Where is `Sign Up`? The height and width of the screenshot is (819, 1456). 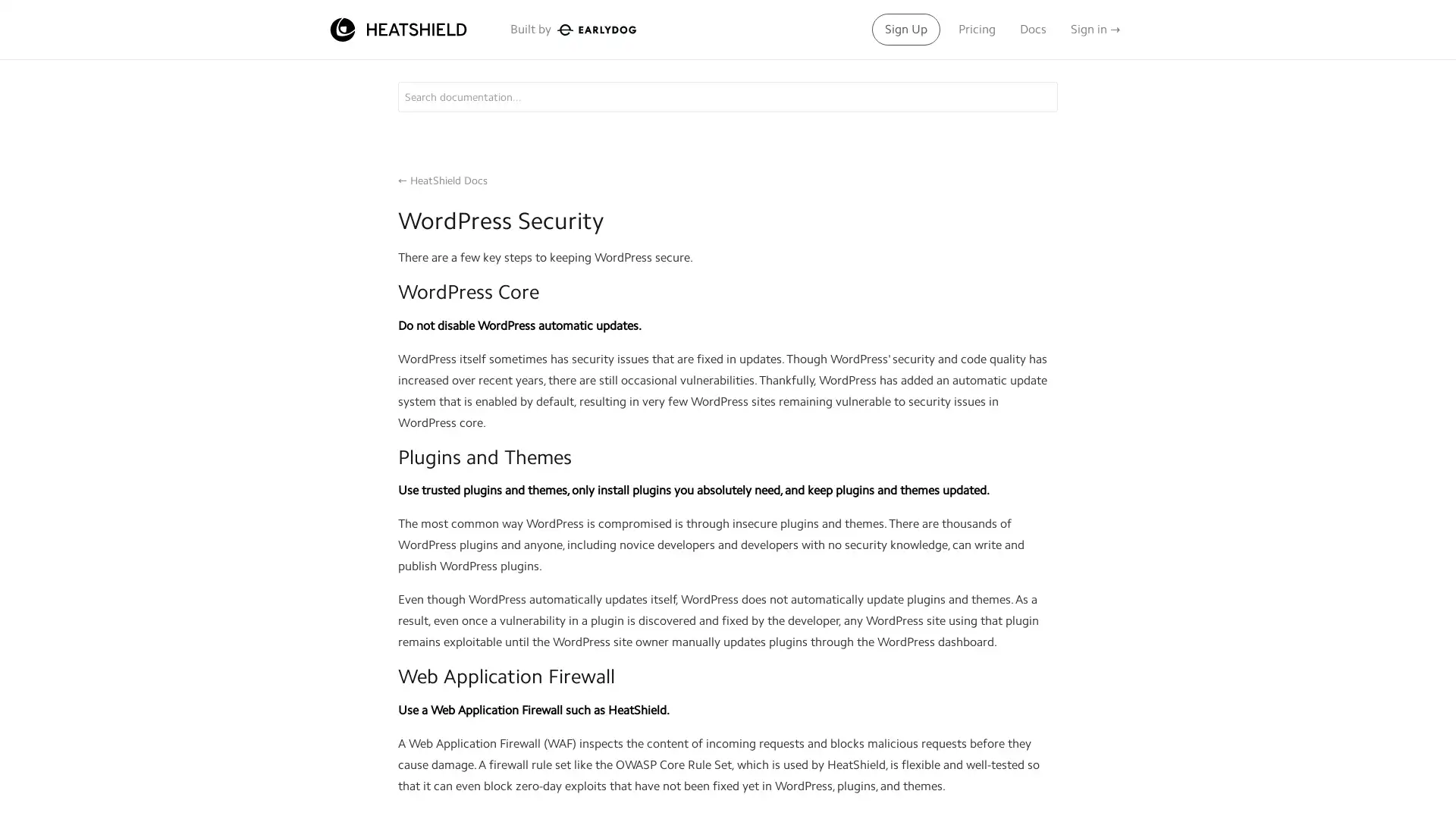
Sign Up is located at coordinates (906, 29).